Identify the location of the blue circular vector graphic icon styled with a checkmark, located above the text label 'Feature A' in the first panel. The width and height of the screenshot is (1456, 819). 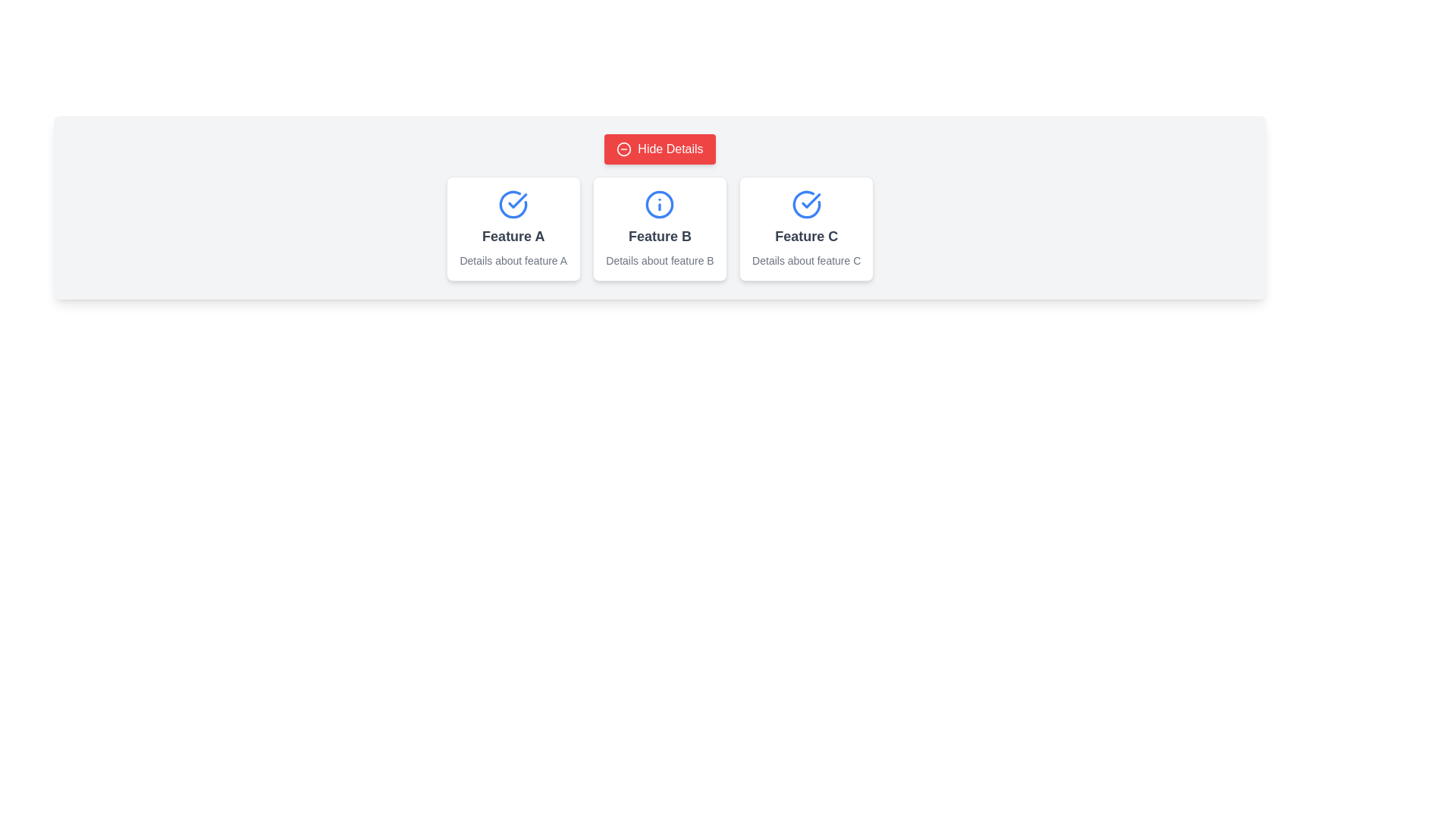
(513, 205).